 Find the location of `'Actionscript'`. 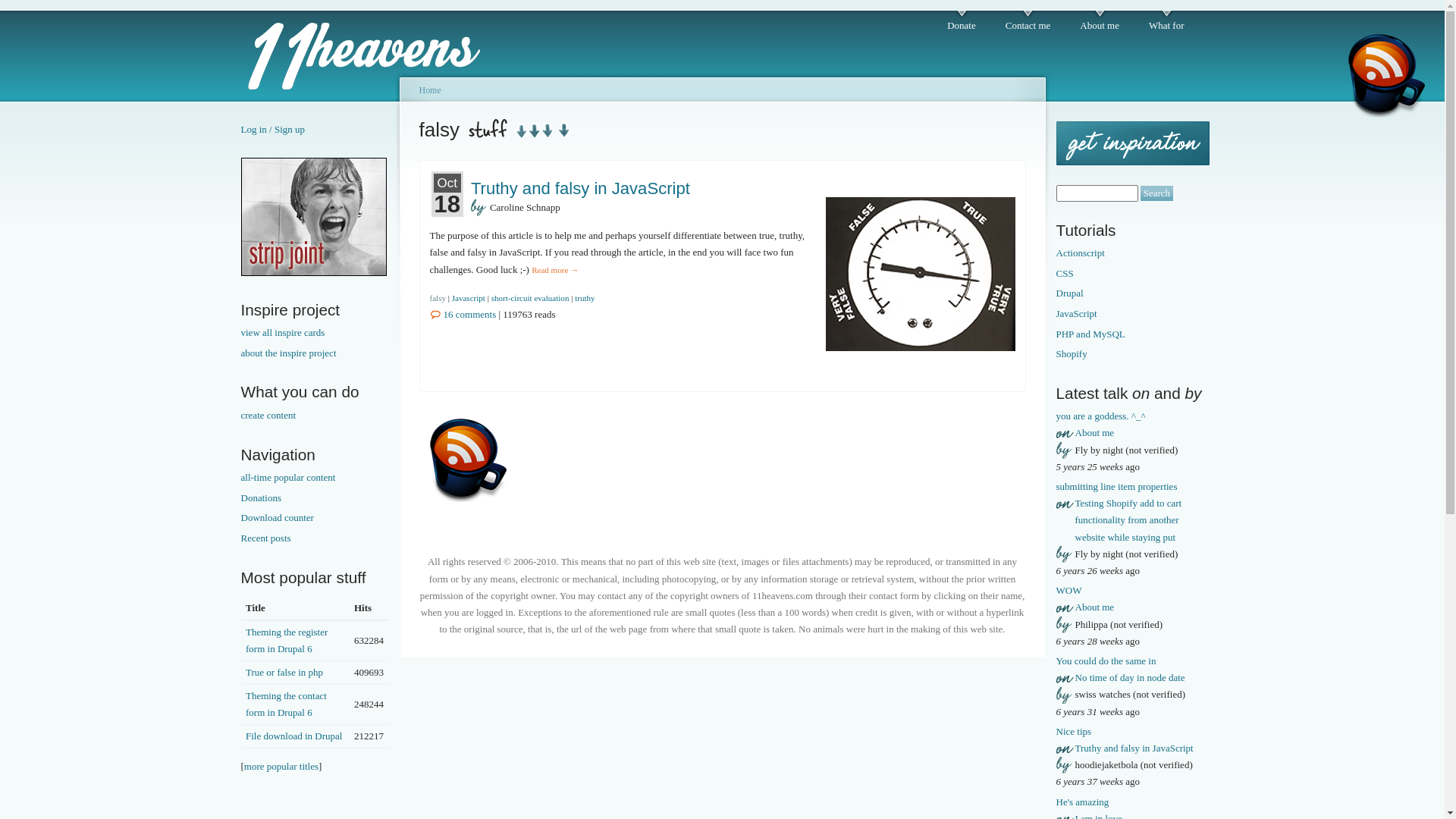

'Actionscript' is located at coordinates (1129, 253).